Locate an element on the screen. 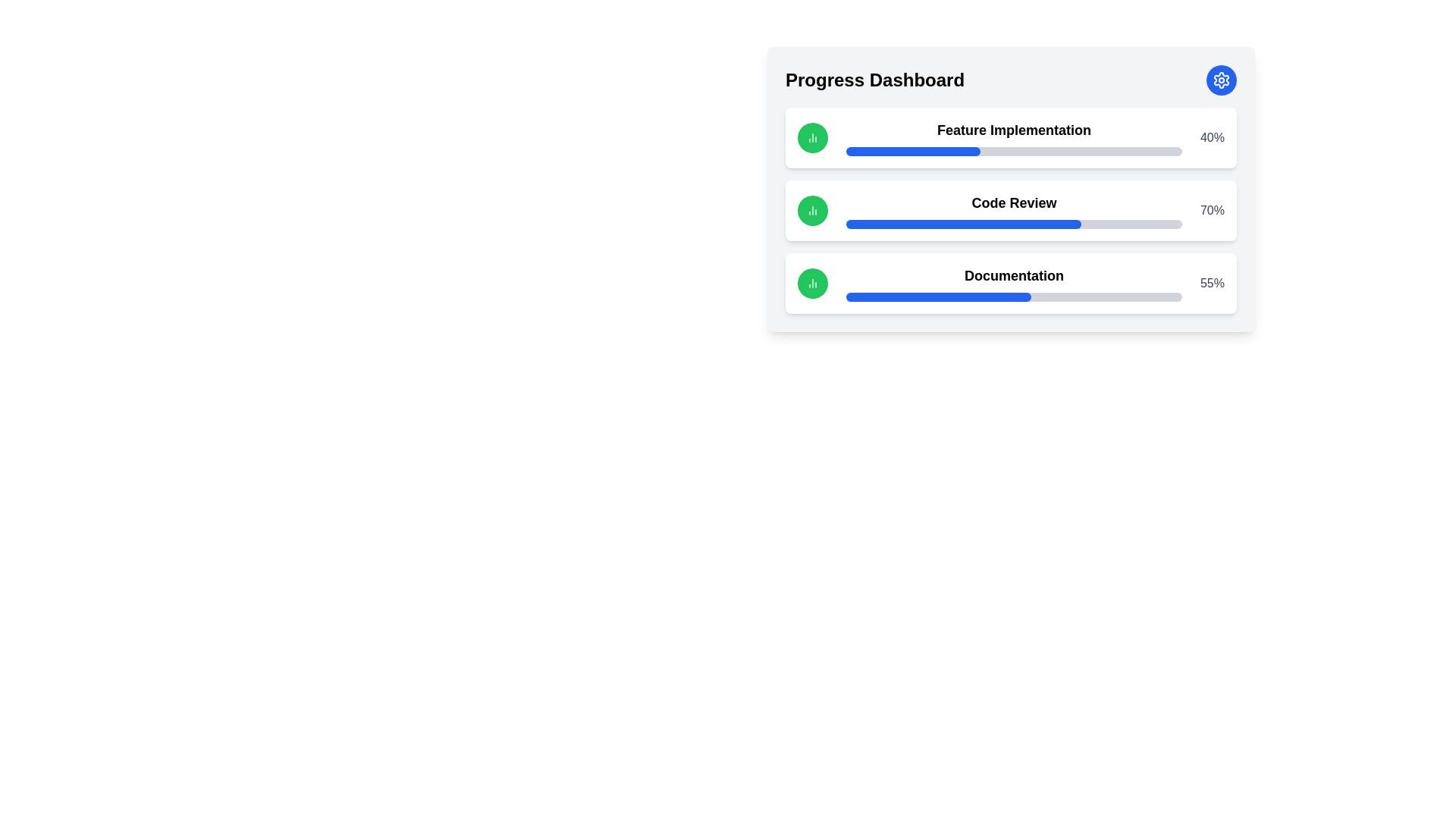  the text label indicating 'Feature Implementation' located in the highlighted section of the Progress Dashboard is located at coordinates (1014, 137).